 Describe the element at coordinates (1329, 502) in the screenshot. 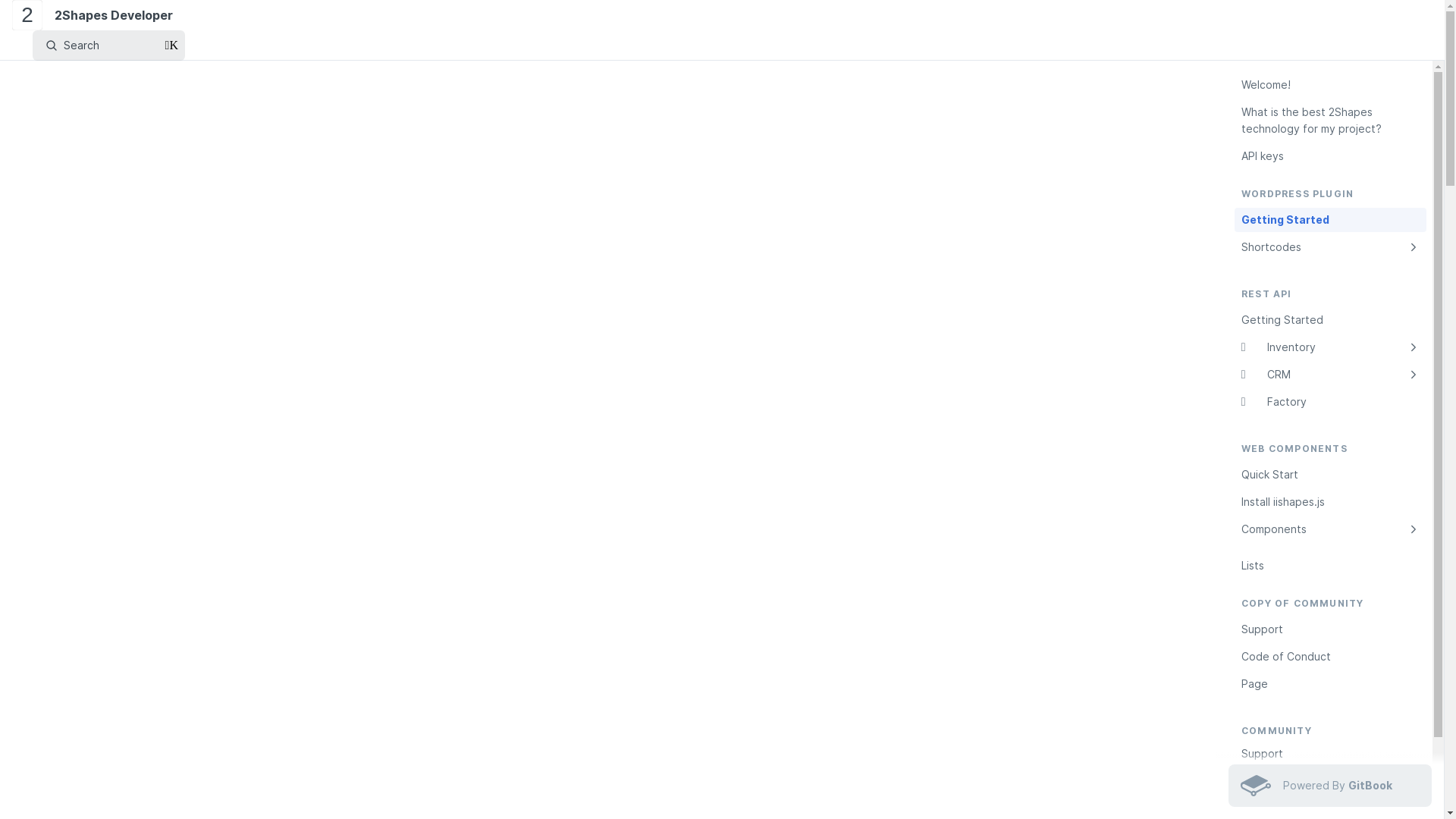

I see `'Install iishapes.js'` at that location.